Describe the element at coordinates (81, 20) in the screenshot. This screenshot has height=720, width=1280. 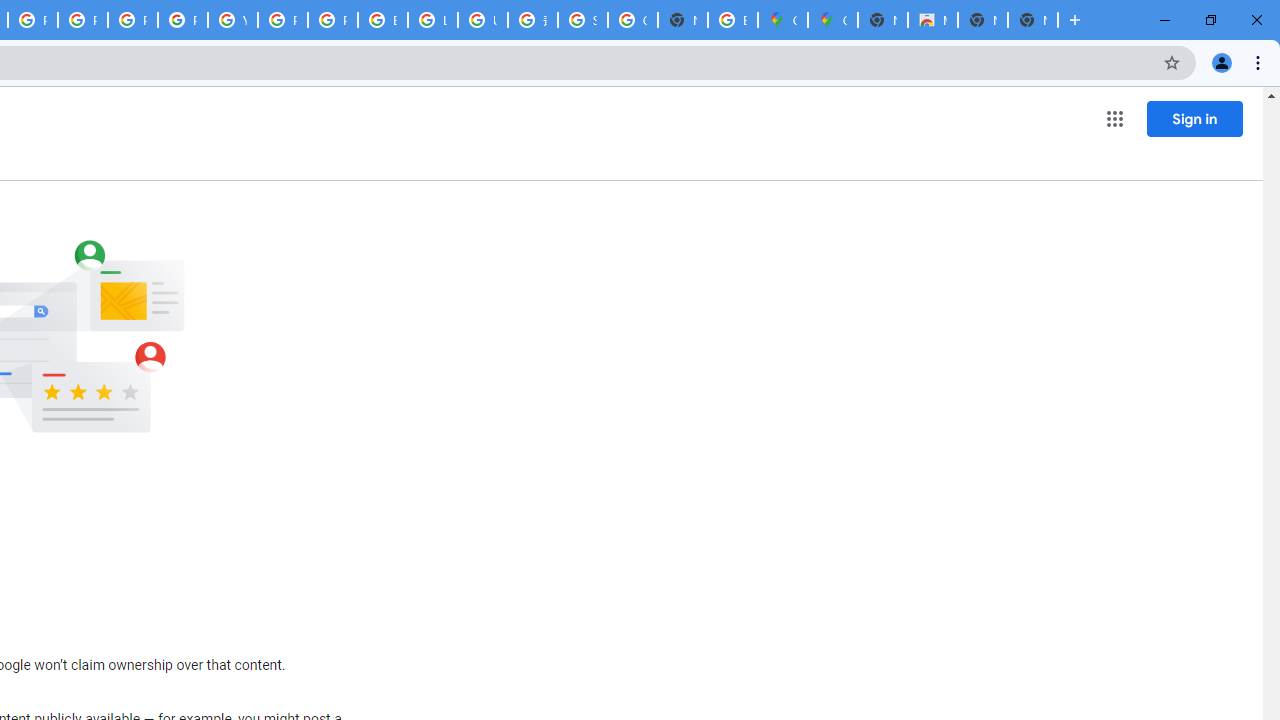
I see `'Privacy Help Center - Policies Help'` at that location.